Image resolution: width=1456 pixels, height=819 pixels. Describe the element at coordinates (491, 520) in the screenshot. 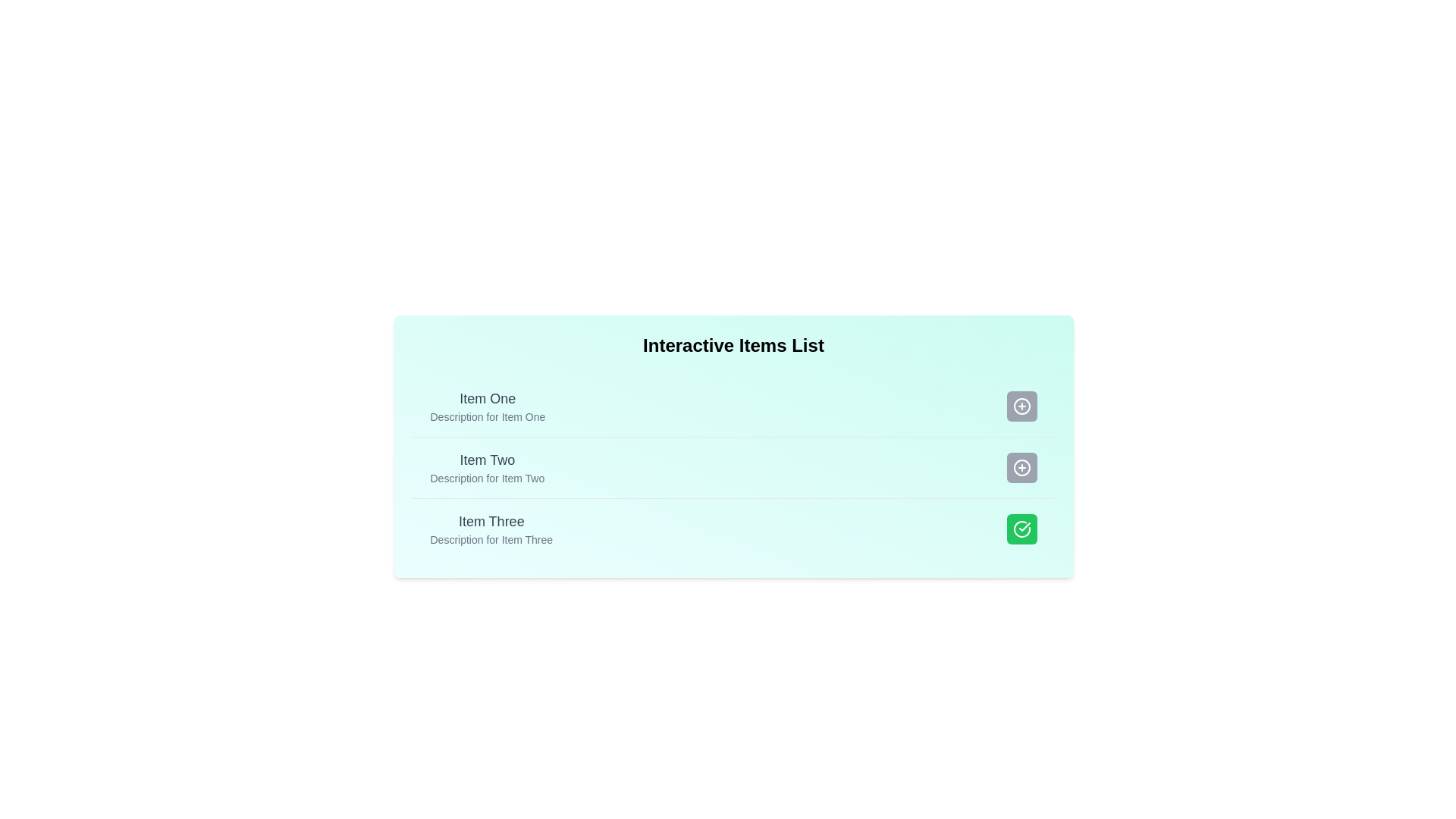

I see `the title or description of Item Three to observe the tooltip or effect` at that location.